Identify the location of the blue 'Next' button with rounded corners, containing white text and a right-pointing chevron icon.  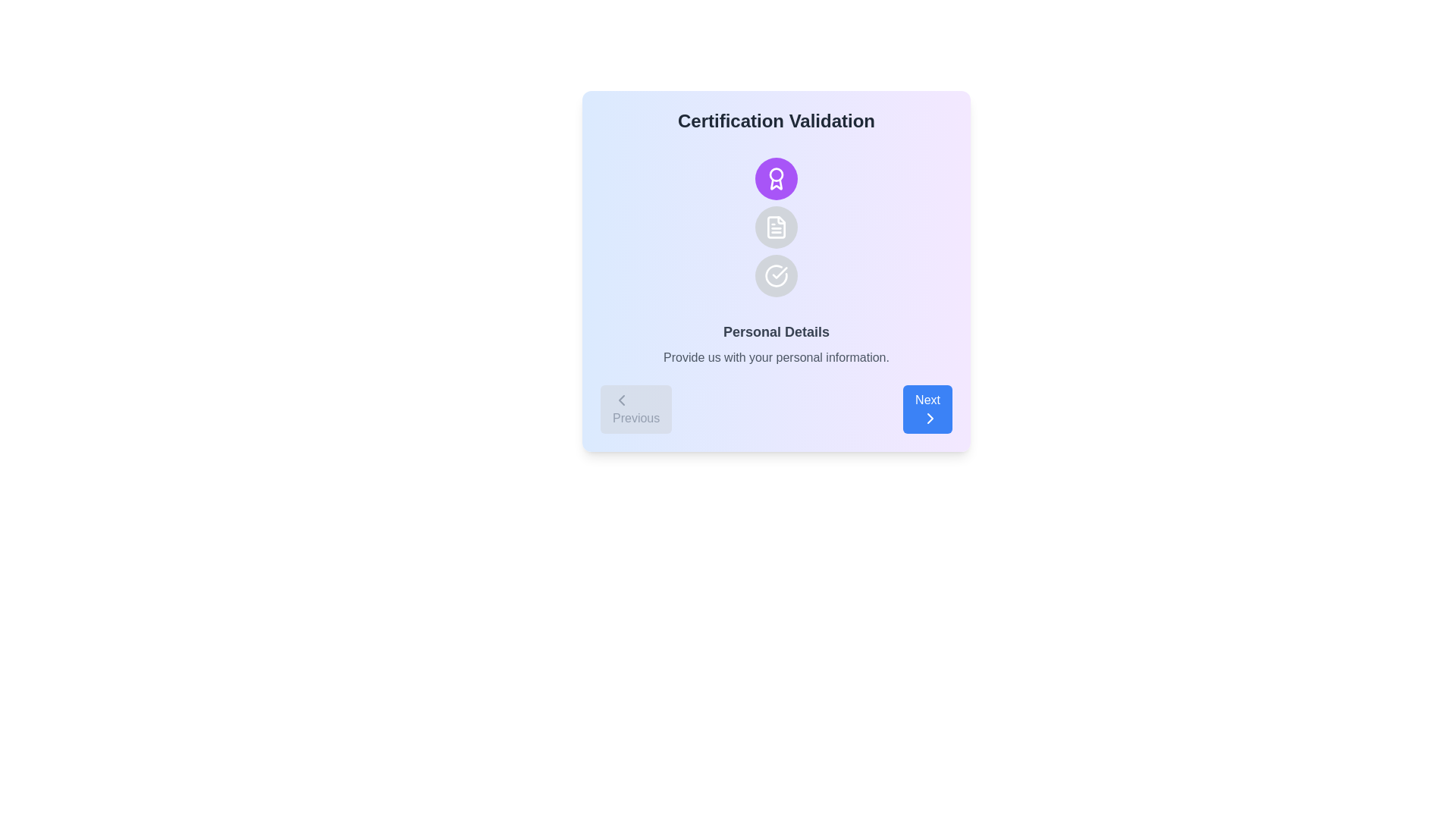
(927, 409).